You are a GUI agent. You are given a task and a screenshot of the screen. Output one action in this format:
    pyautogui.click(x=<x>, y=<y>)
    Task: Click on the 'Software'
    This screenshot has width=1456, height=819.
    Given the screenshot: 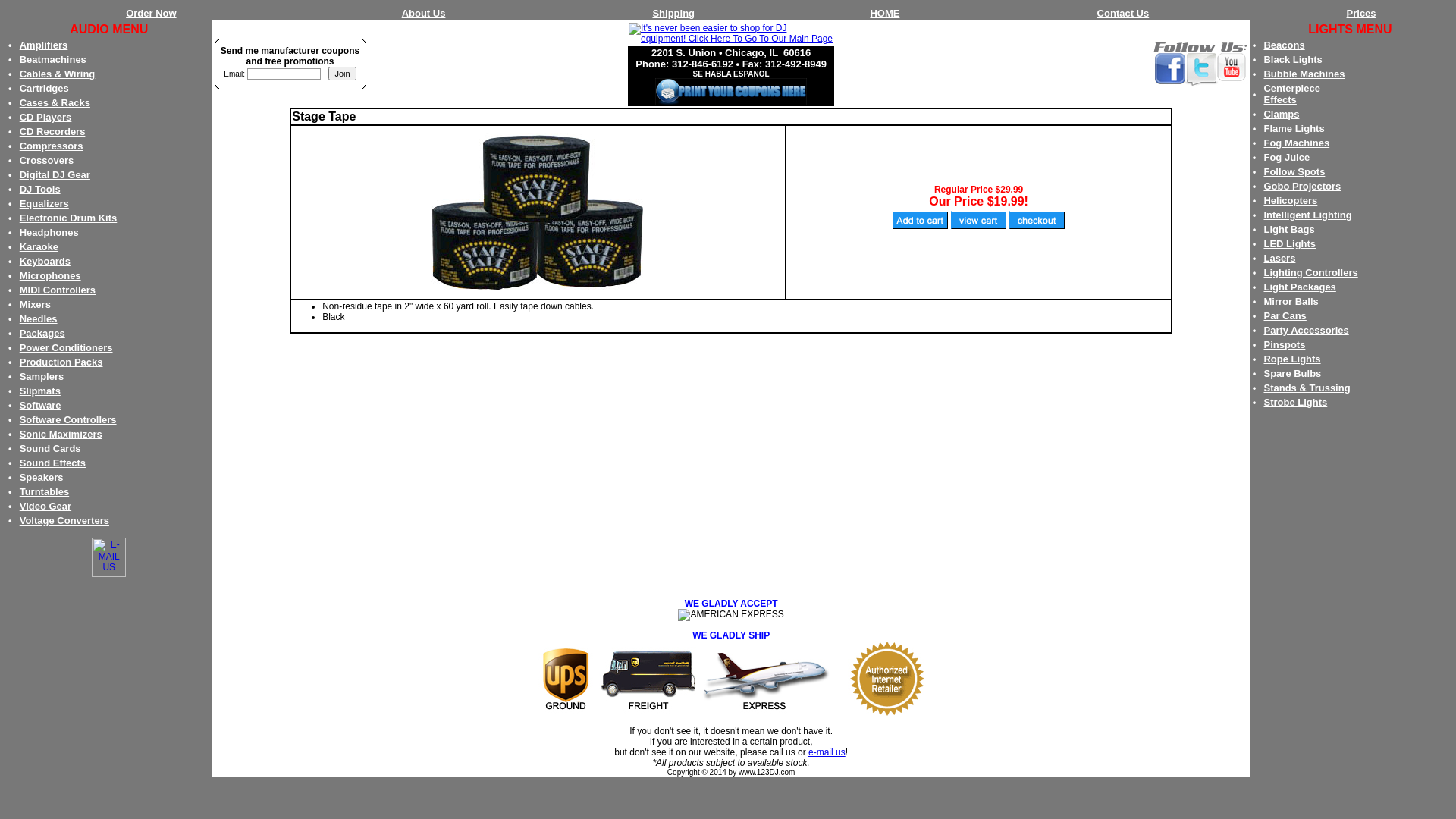 What is the action you would take?
    pyautogui.click(x=40, y=404)
    